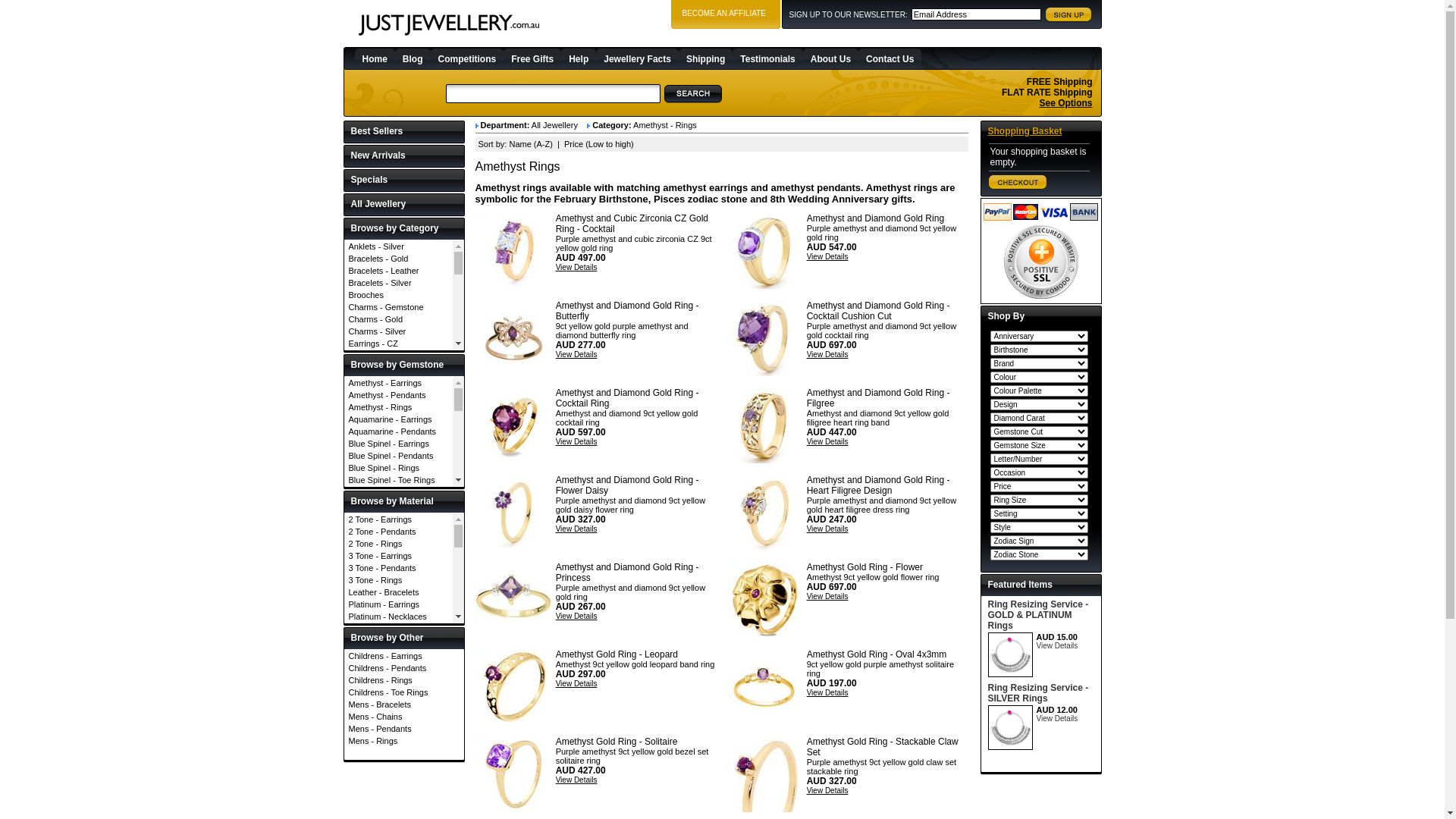 Image resolution: width=1456 pixels, height=819 pixels. What do you see at coordinates (398, 516) in the screenshot?
I see `'Blue Topaz - Pendants'` at bounding box center [398, 516].